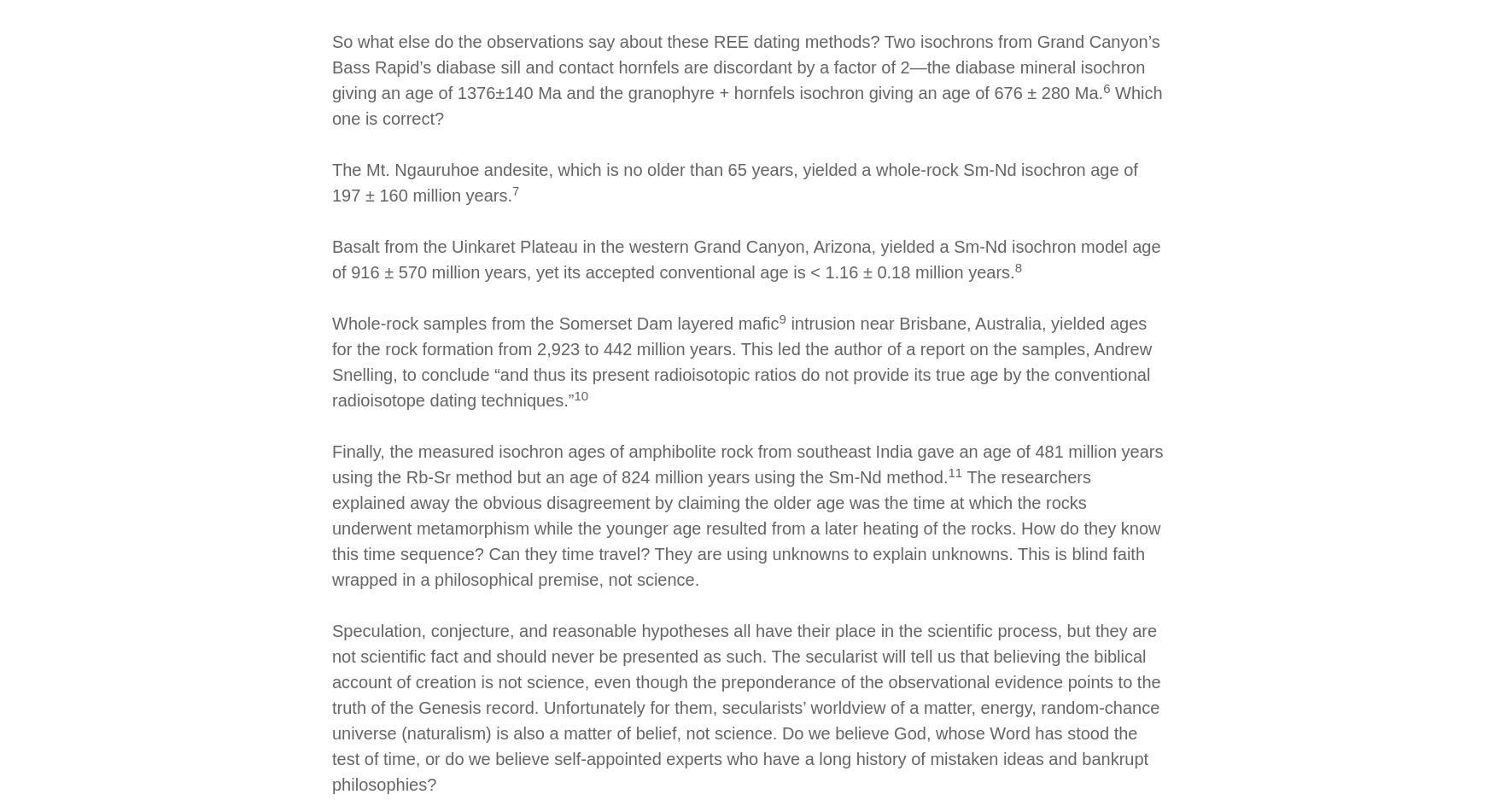 The width and height of the screenshot is (1501, 812). What do you see at coordinates (1017, 266) in the screenshot?
I see `'8'` at bounding box center [1017, 266].